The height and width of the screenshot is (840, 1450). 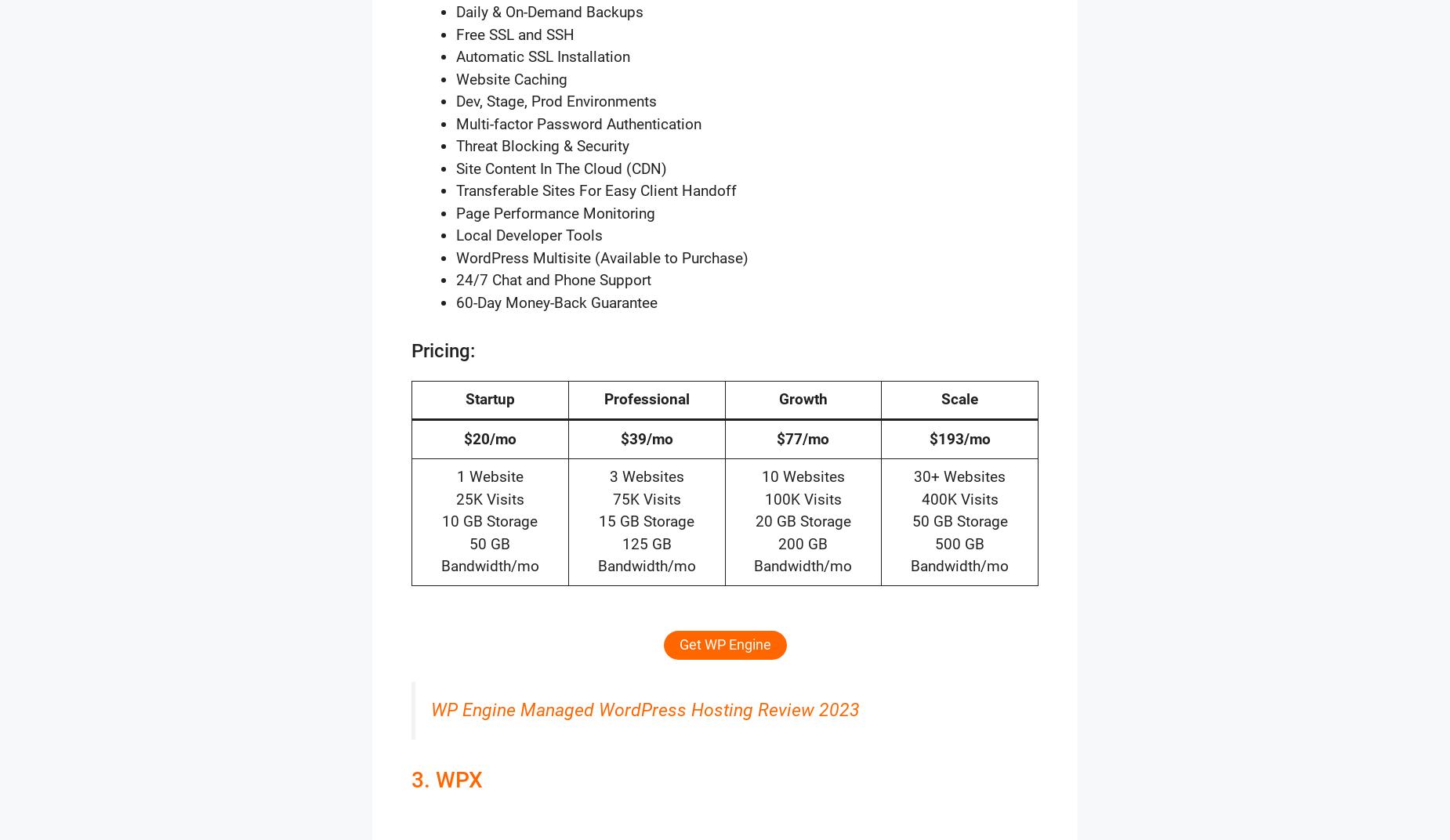 What do you see at coordinates (489, 476) in the screenshot?
I see `'1 Website'` at bounding box center [489, 476].